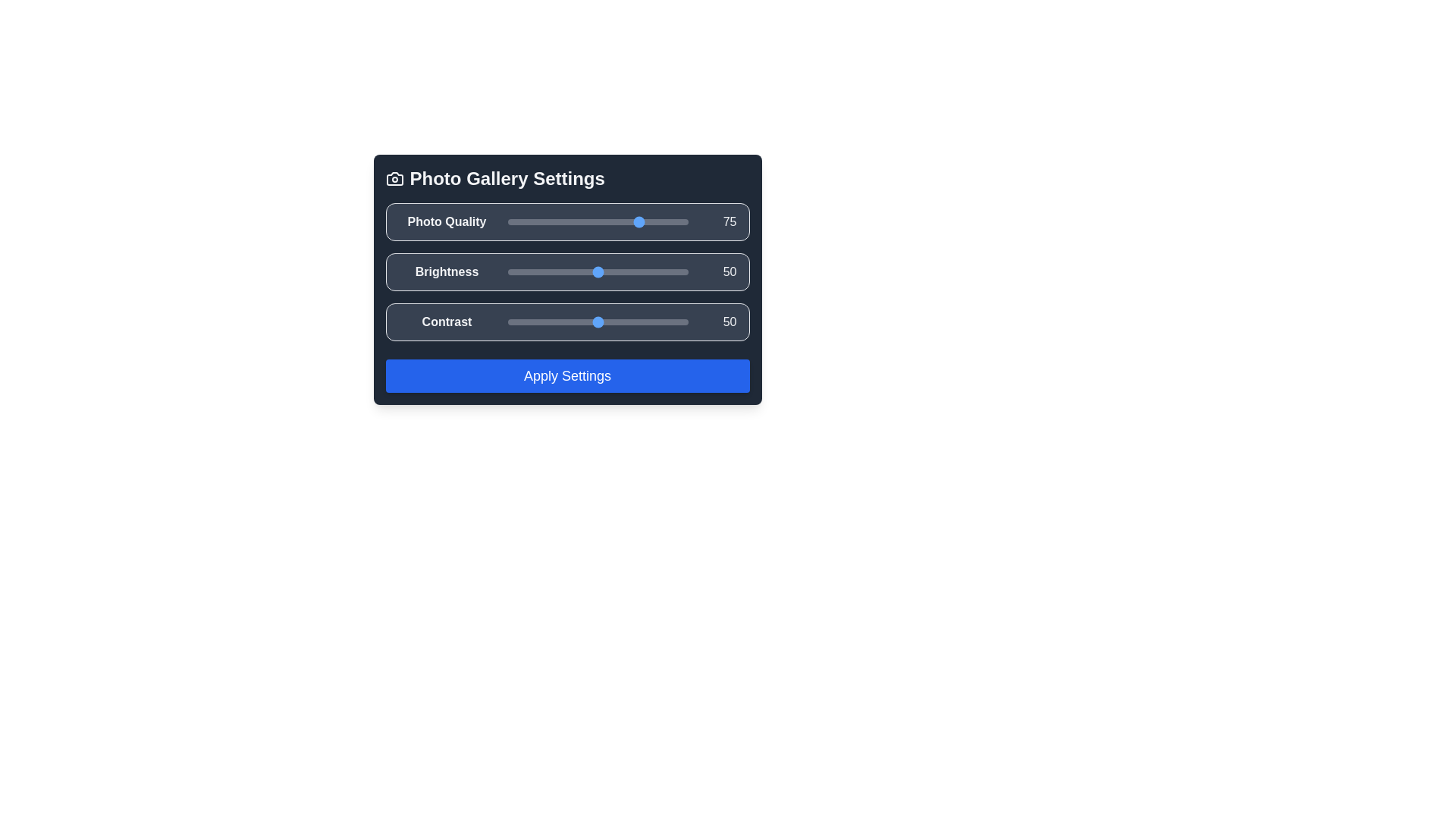 The width and height of the screenshot is (1456, 819). What do you see at coordinates (646, 271) in the screenshot?
I see `the brightness level` at bounding box center [646, 271].